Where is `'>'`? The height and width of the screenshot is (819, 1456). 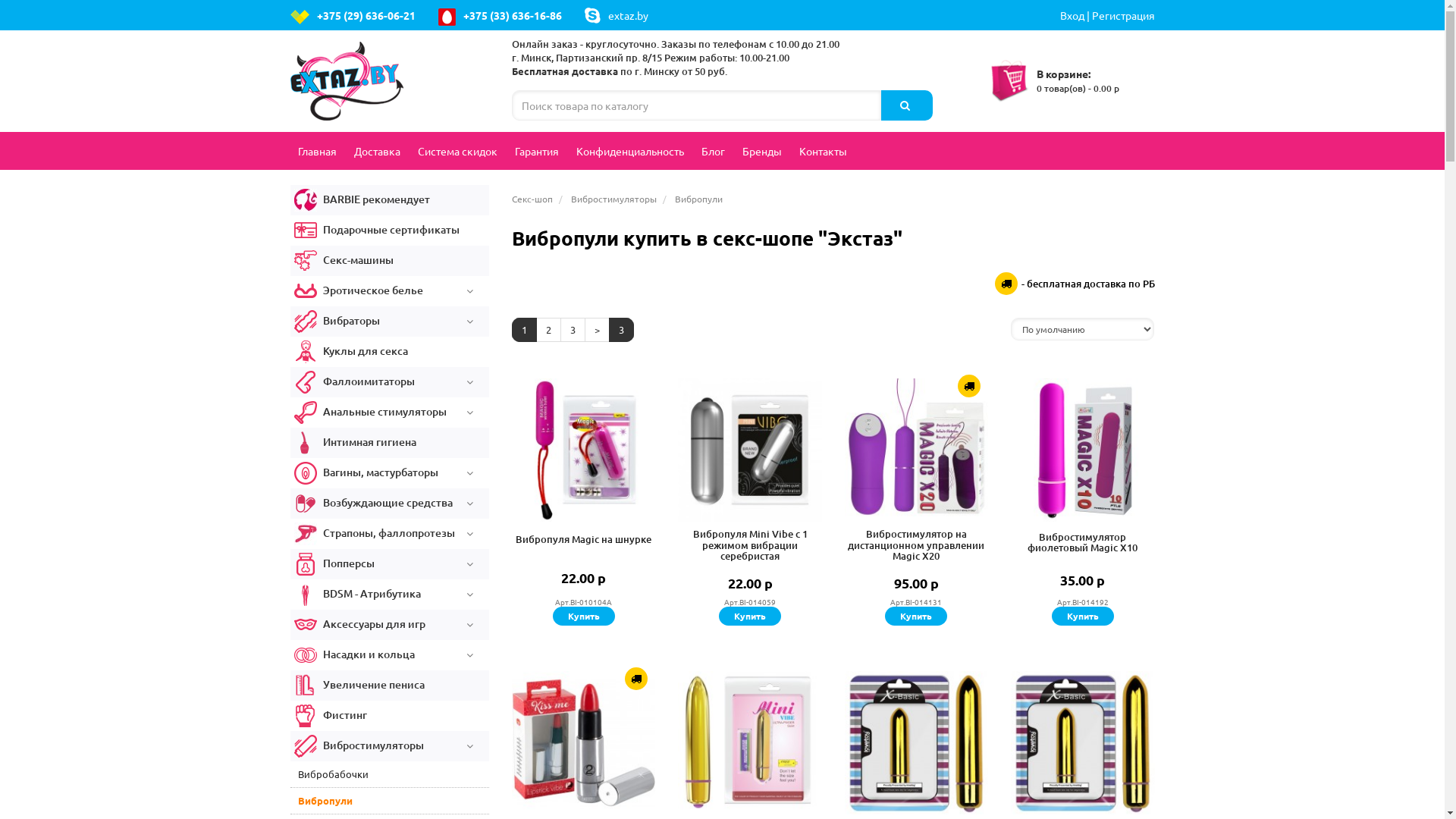
'>' is located at coordinates (596, 329).